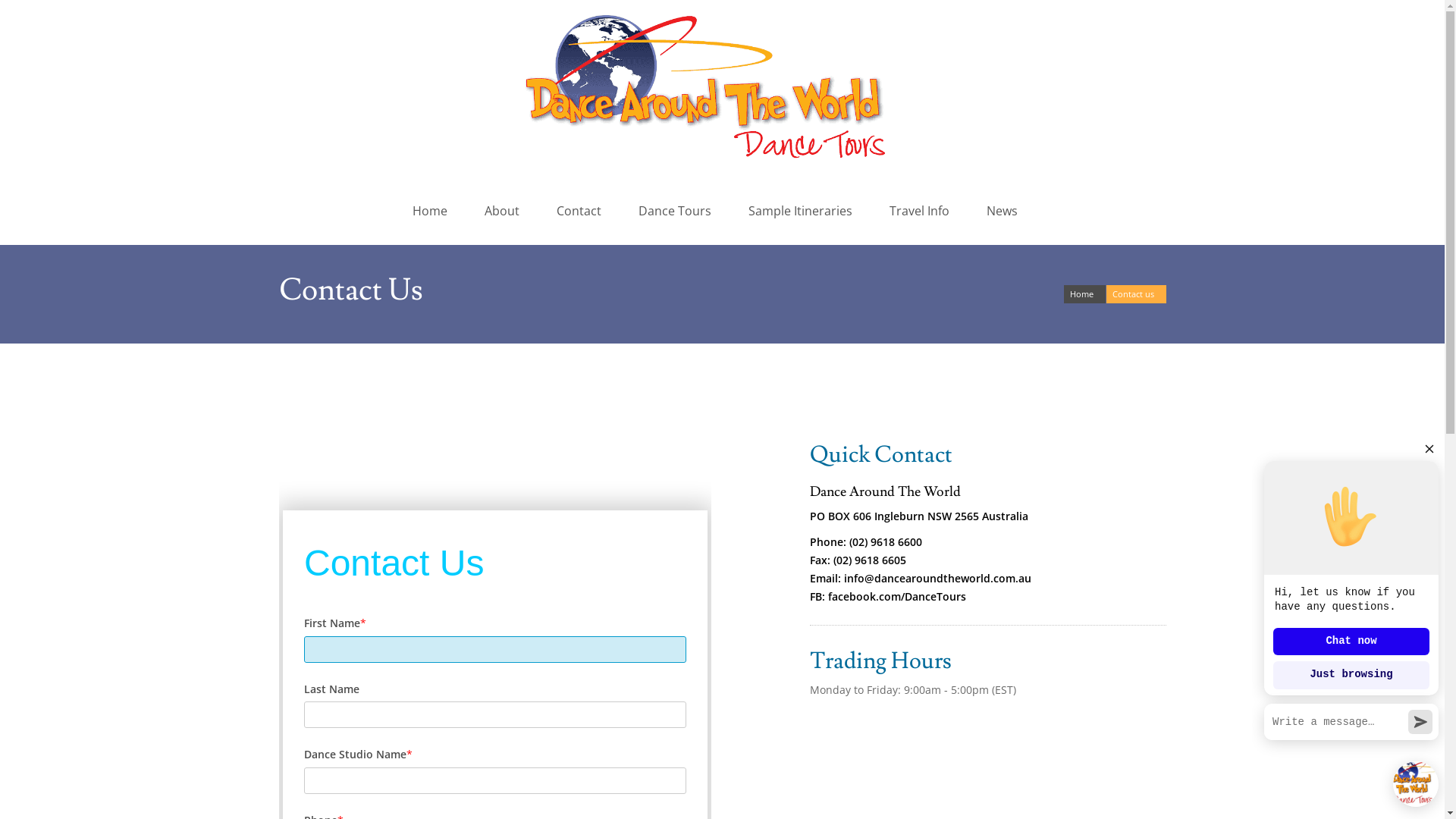  I want to click on 'Dance Tours', so click(676, 210).